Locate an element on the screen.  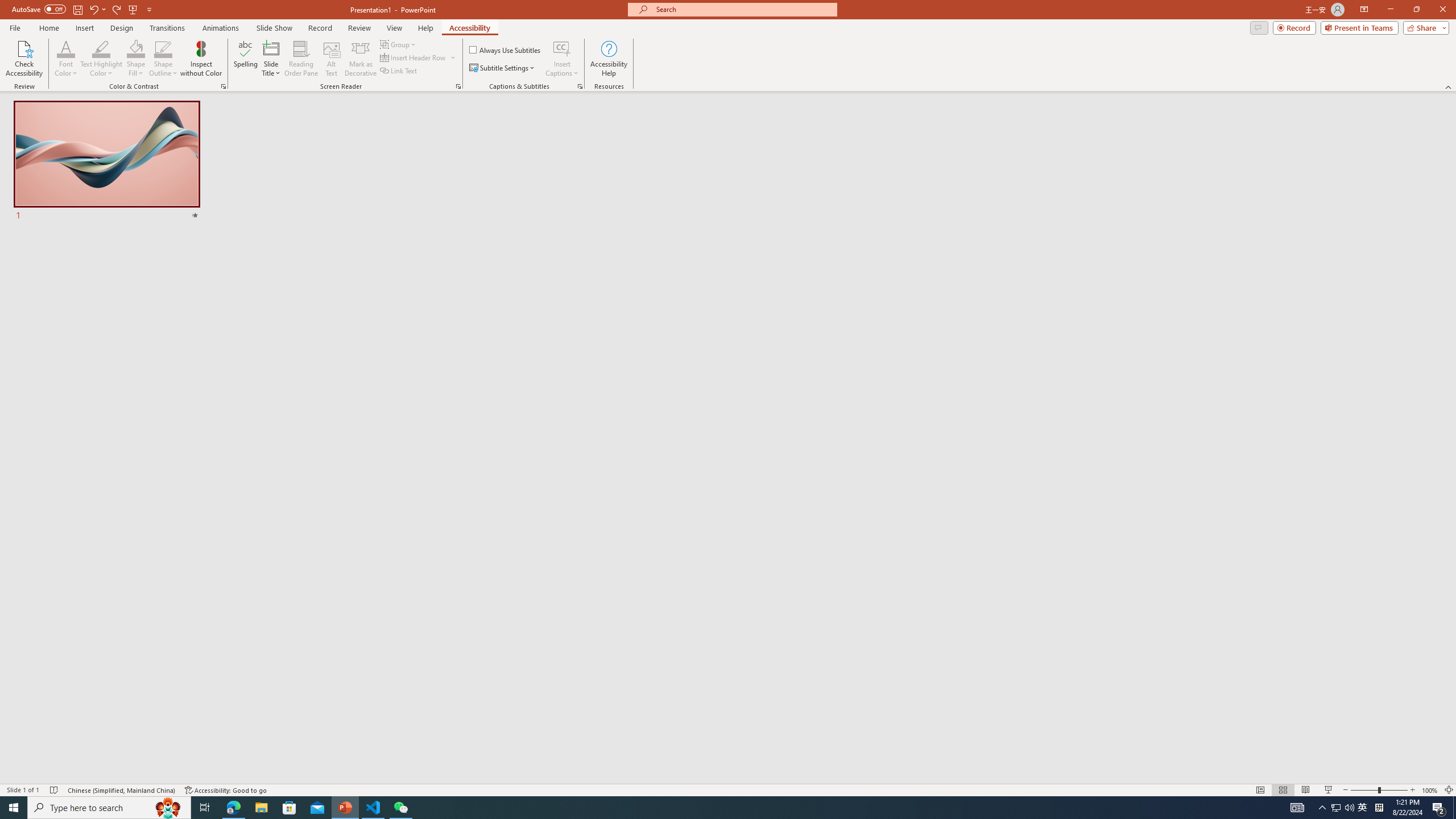
'Subtitle Settings' is located at coordinates (503, 67).